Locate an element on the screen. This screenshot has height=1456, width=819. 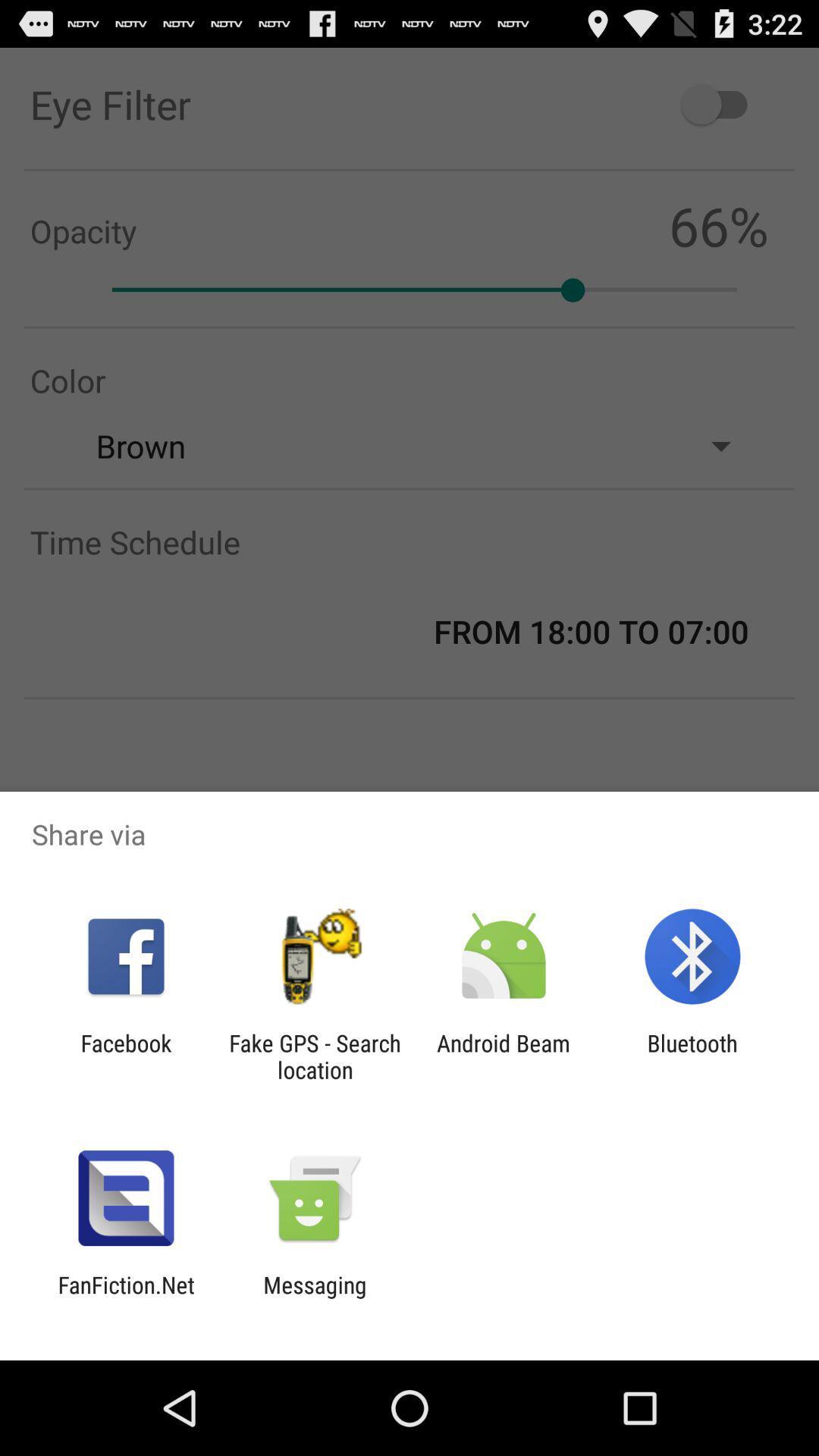
app next to fake gps search app is located at coordinates (125, 1056).